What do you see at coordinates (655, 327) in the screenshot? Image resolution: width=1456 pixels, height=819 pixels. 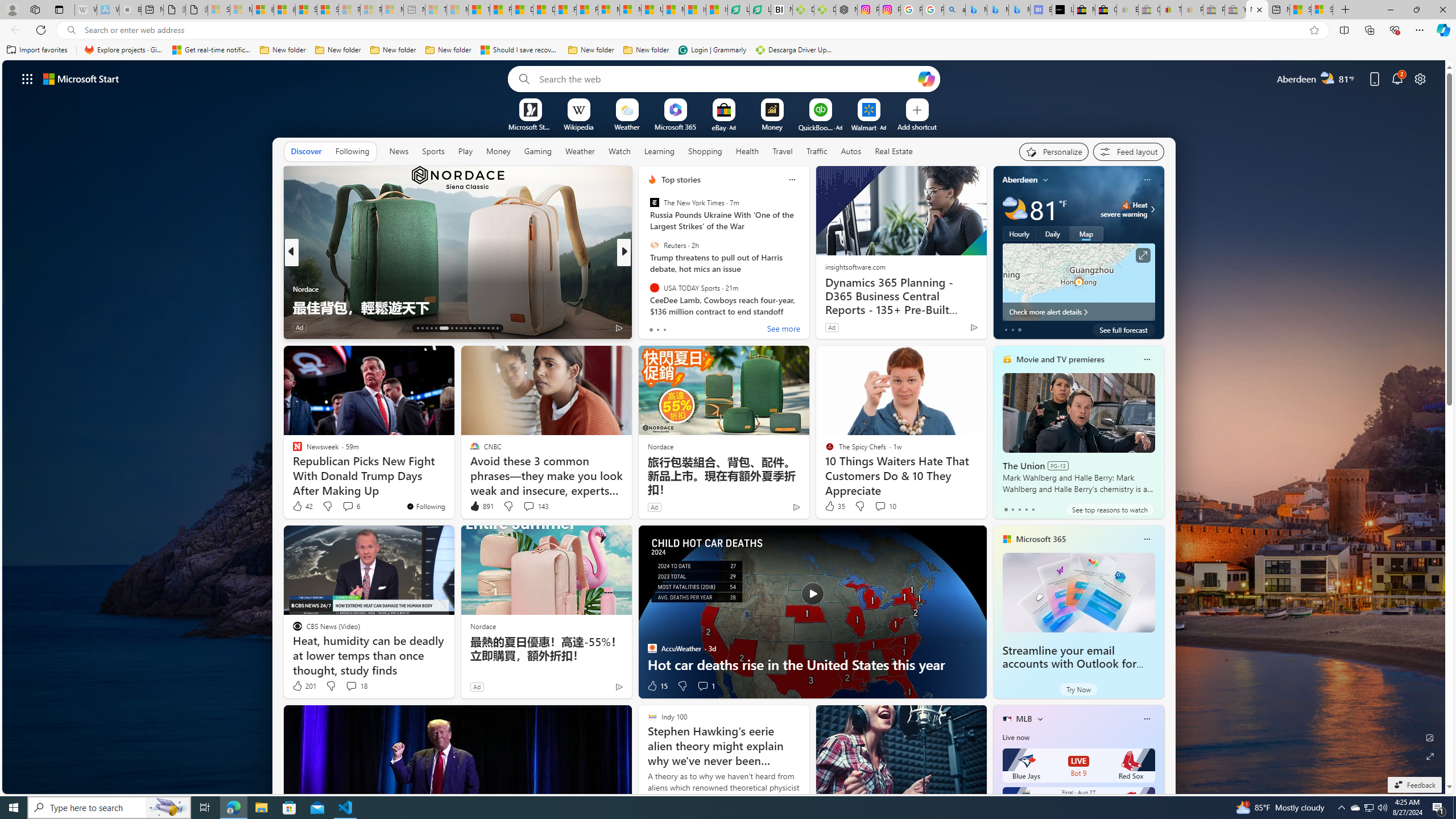 I see `'221 Like'` at bounding box center [655, 327].